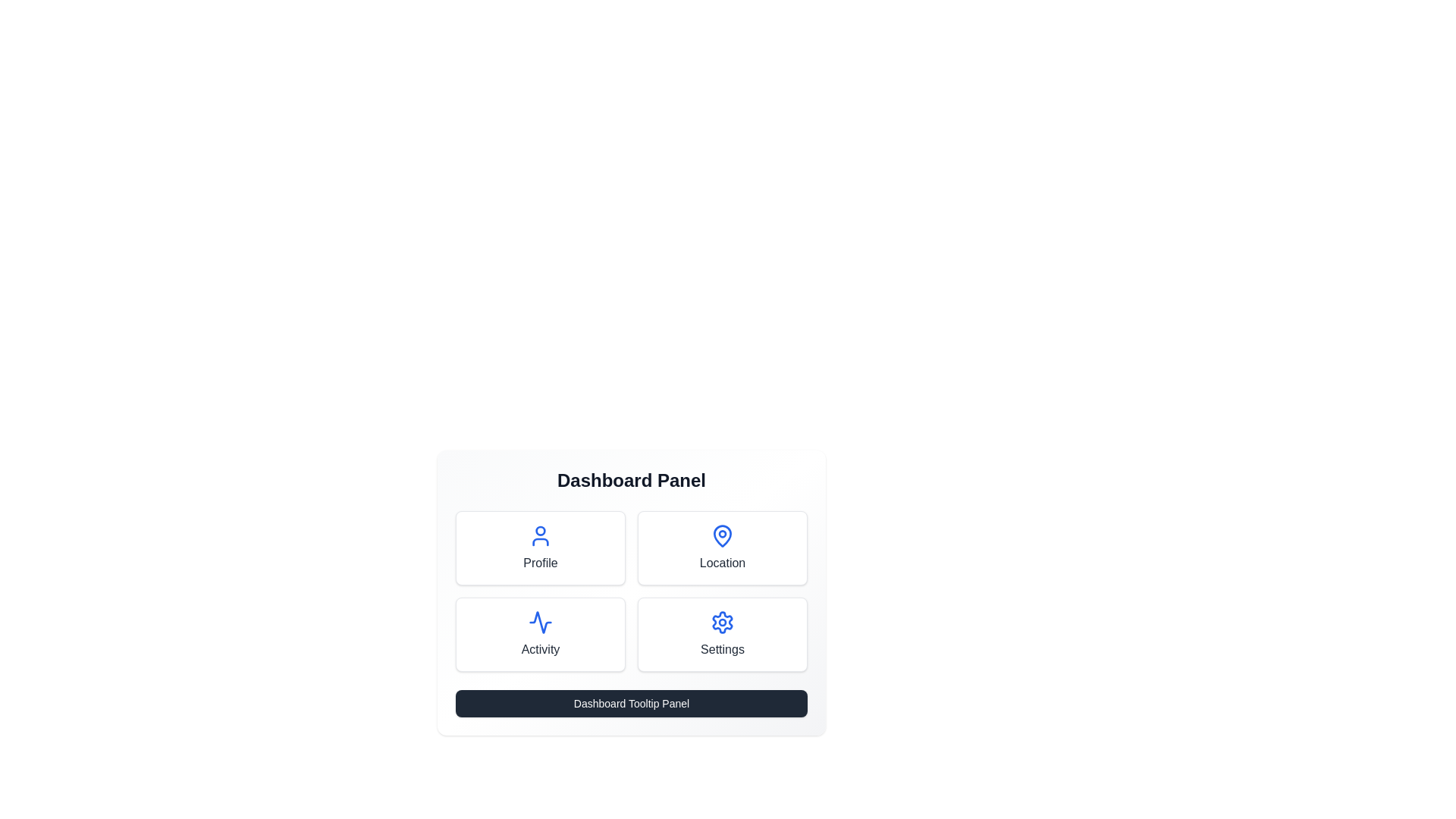 Image resolution: width=1456 pixels, height=819 pixels. What do you see at coordinates (541, 623) in the screenshot?
I see `the decorative 'Activity' icon located at the top of the 'Activity' card in the lower-left section of the dashboard's 2x2 grid layout` at bounding box center [541, 623].